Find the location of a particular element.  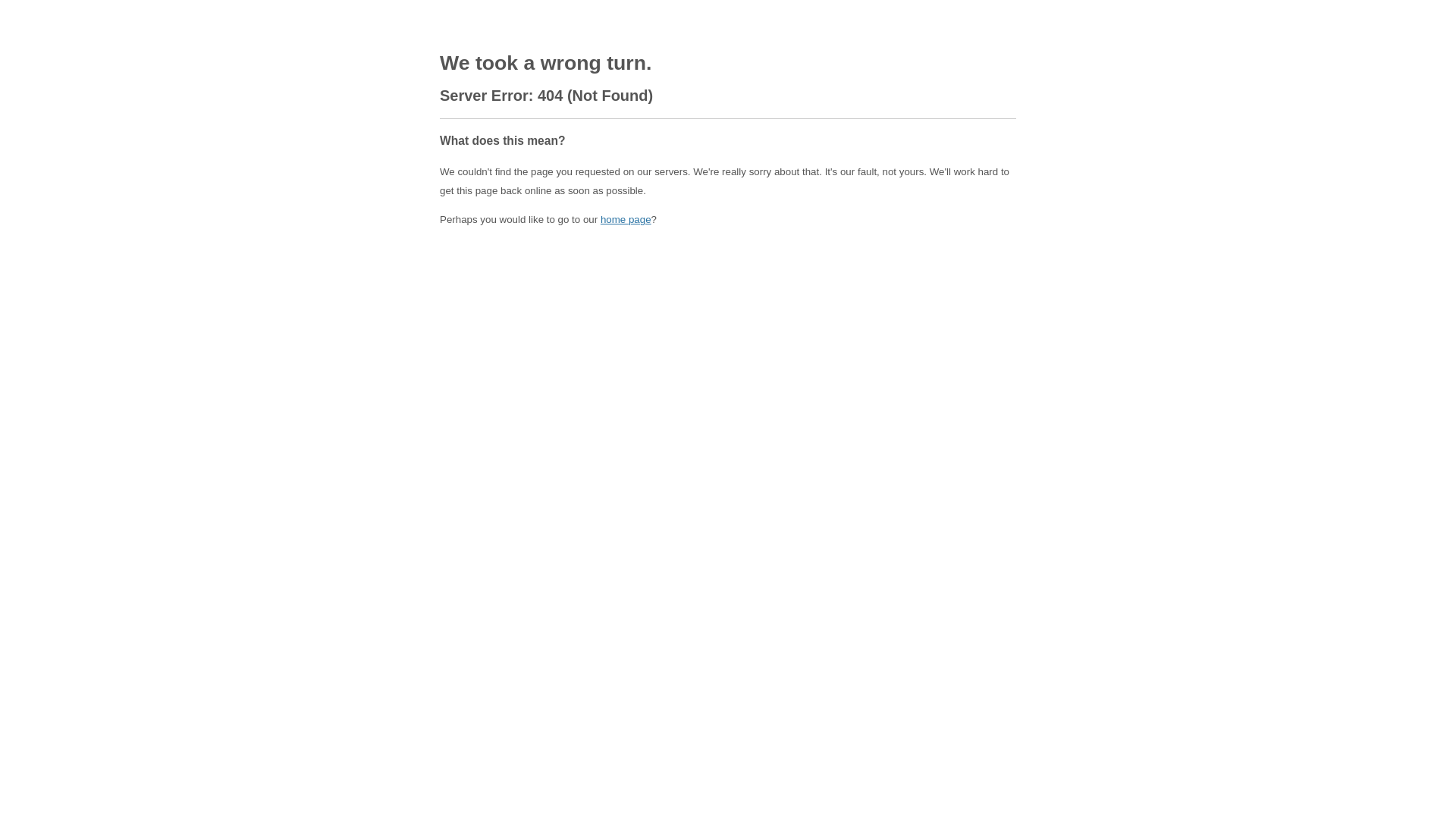

'home page' is located at coordinates (626, 219).